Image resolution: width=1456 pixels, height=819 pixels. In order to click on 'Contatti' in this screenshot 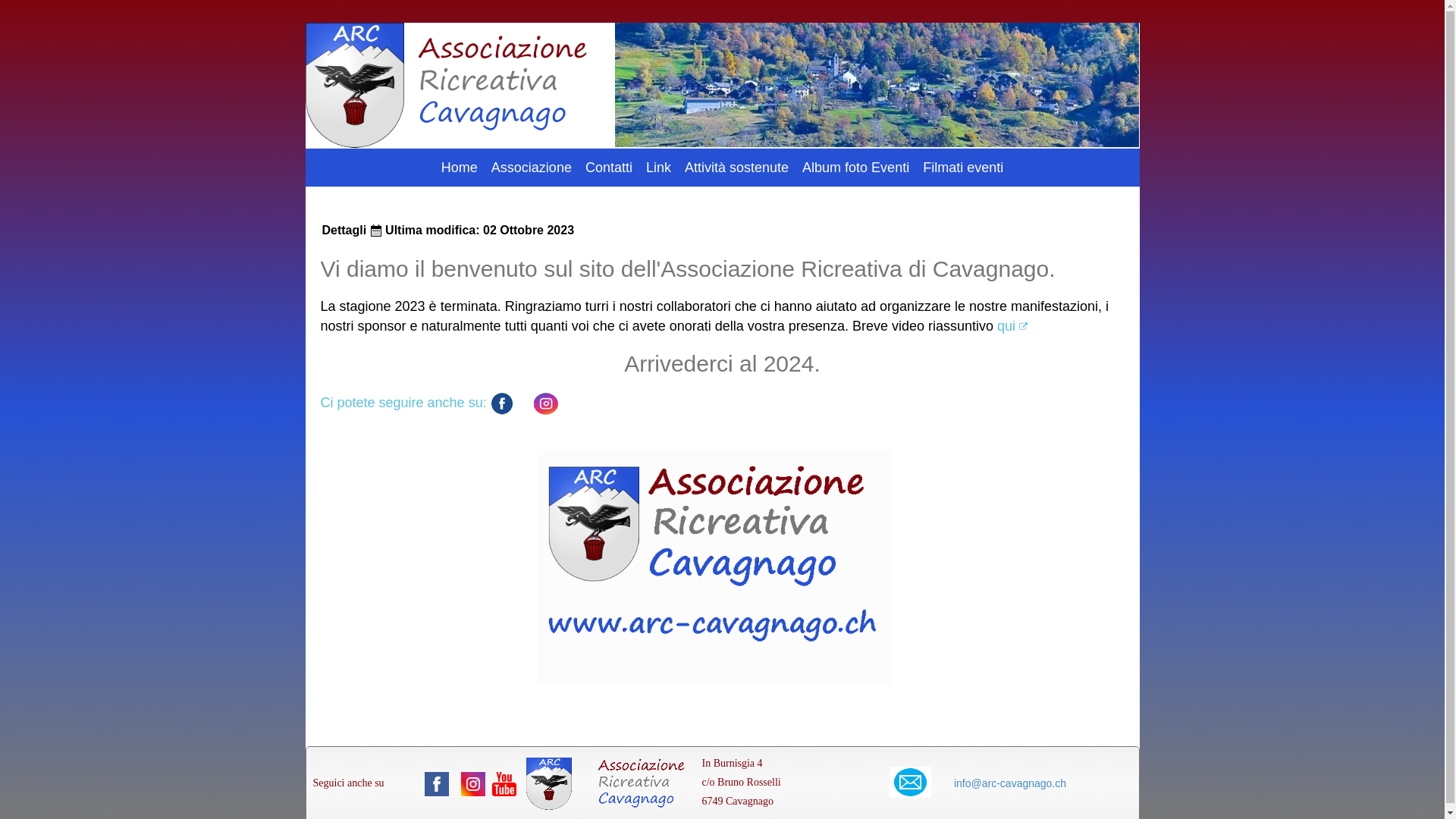, I will do `click(608, 167)`.